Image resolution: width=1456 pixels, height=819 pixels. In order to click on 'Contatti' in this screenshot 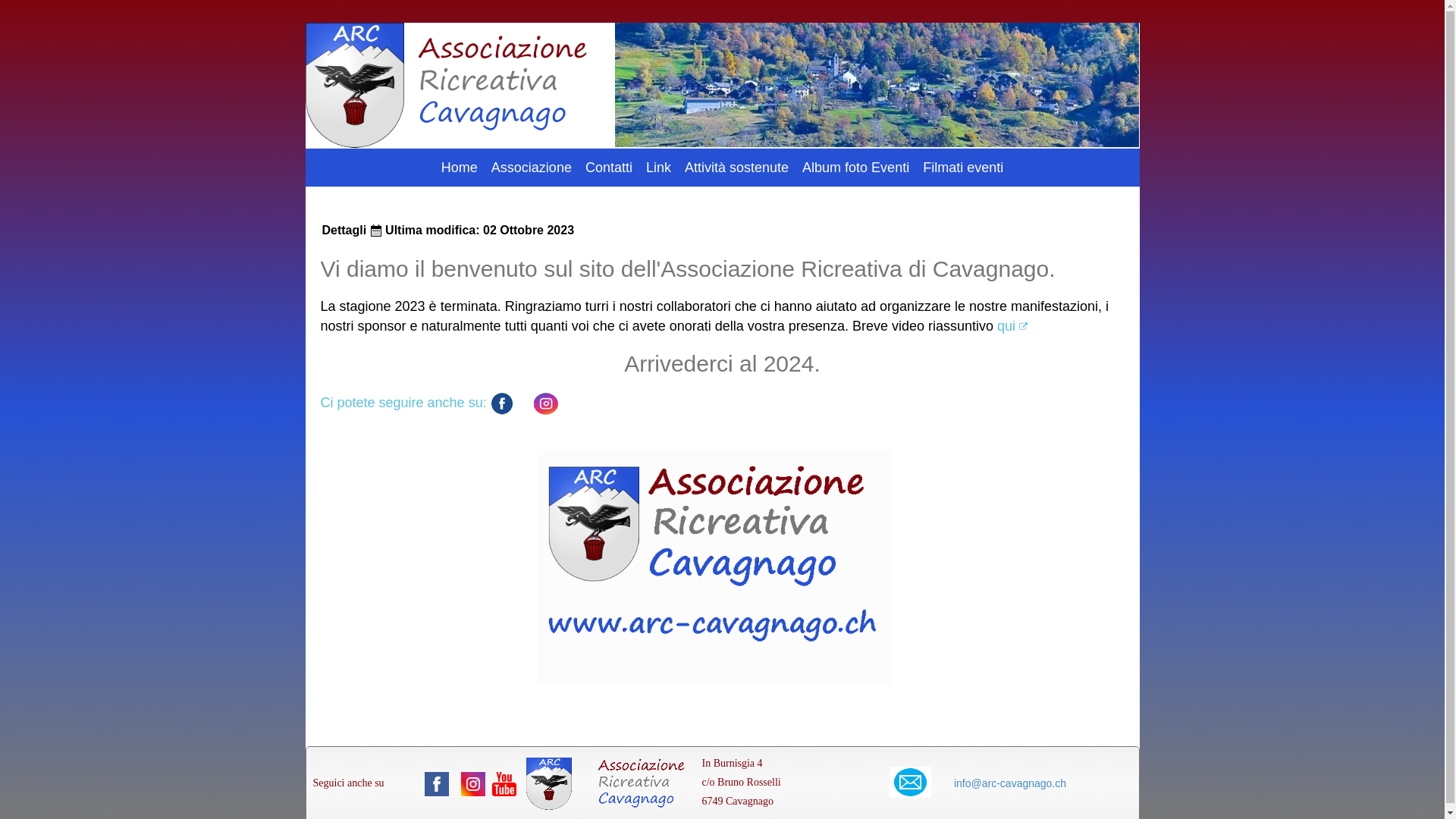, I will do `click(608, 167)`.